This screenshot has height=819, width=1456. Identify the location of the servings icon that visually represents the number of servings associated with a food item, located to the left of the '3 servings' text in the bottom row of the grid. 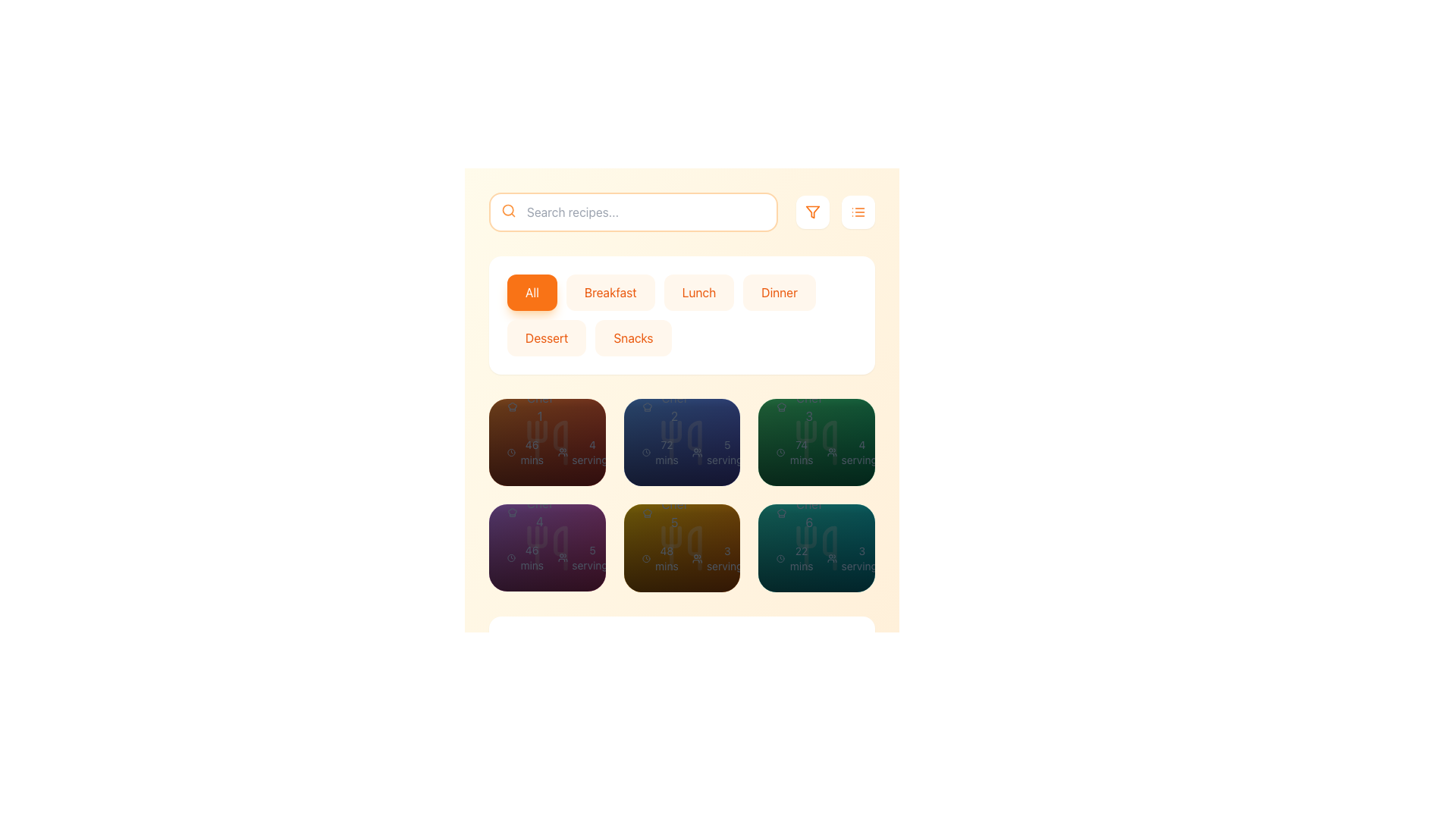
(697, 558).